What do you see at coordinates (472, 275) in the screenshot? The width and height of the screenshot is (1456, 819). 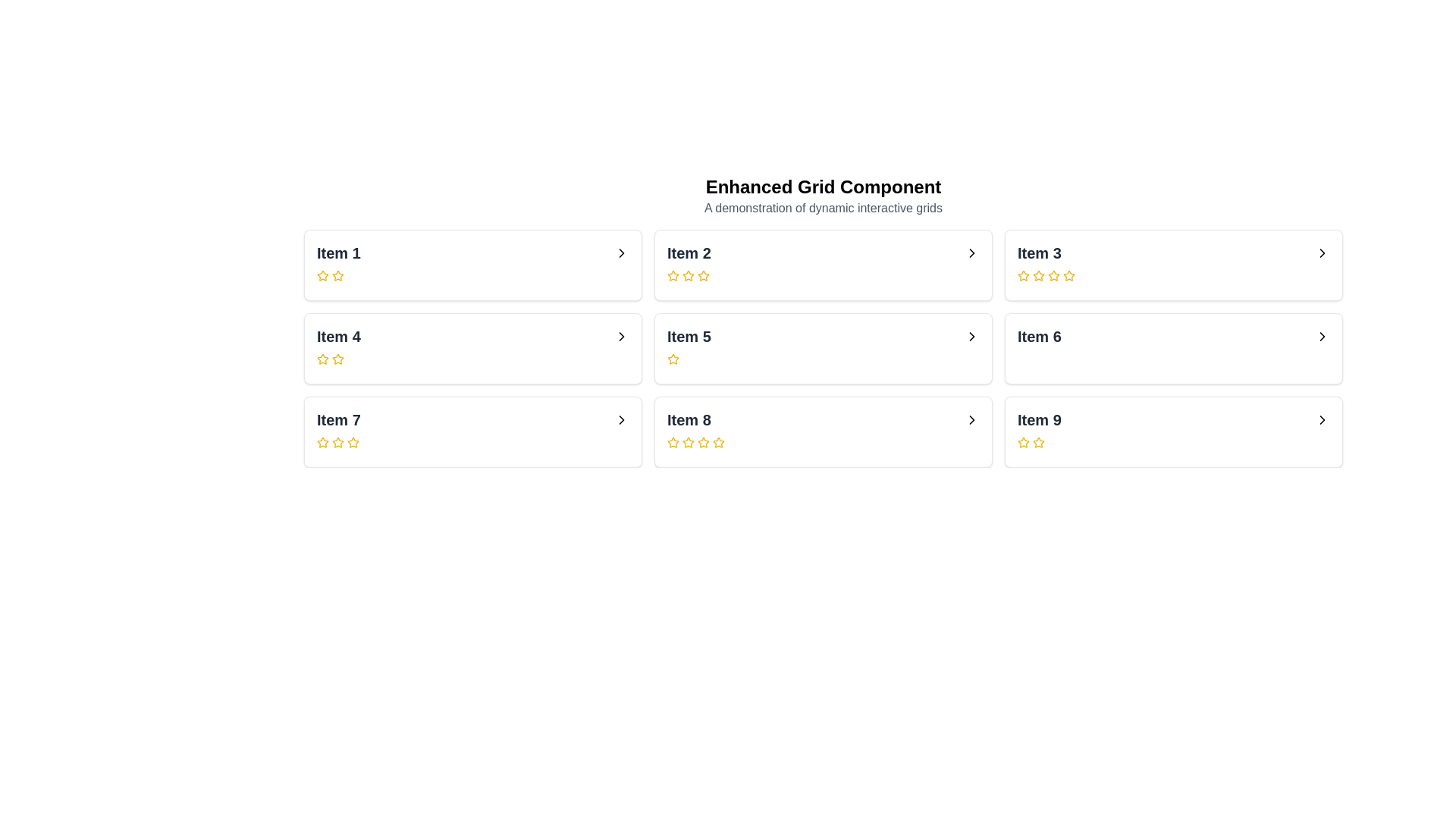 I see `the Rating Component, which displays a rating with yellow stars, located within the card labeled 'Item 1' in the top-left corner of the grid` at bounding box center [472, 275].